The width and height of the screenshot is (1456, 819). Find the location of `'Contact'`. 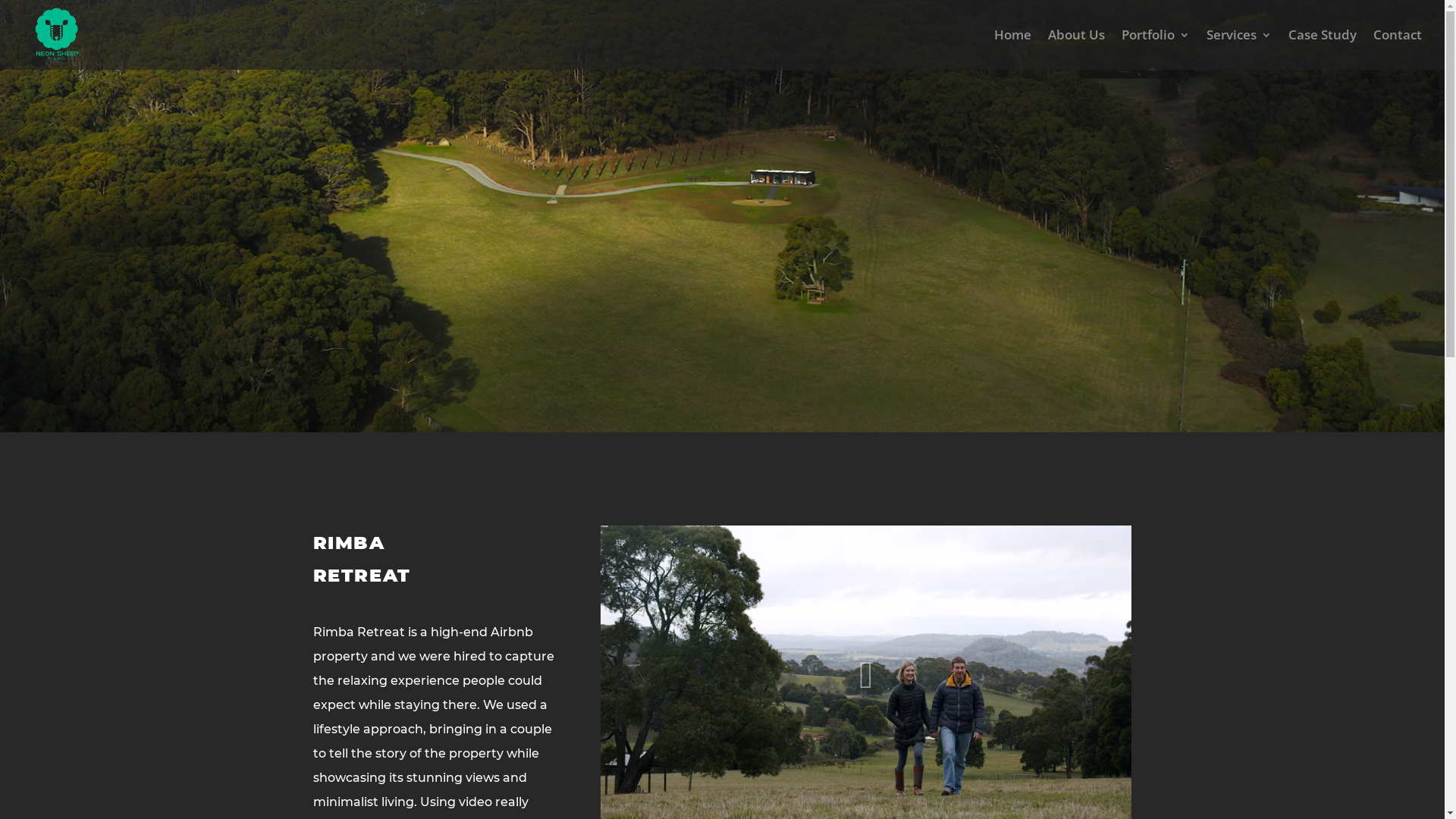

'Contact' is located at coordinates (1397, 49).